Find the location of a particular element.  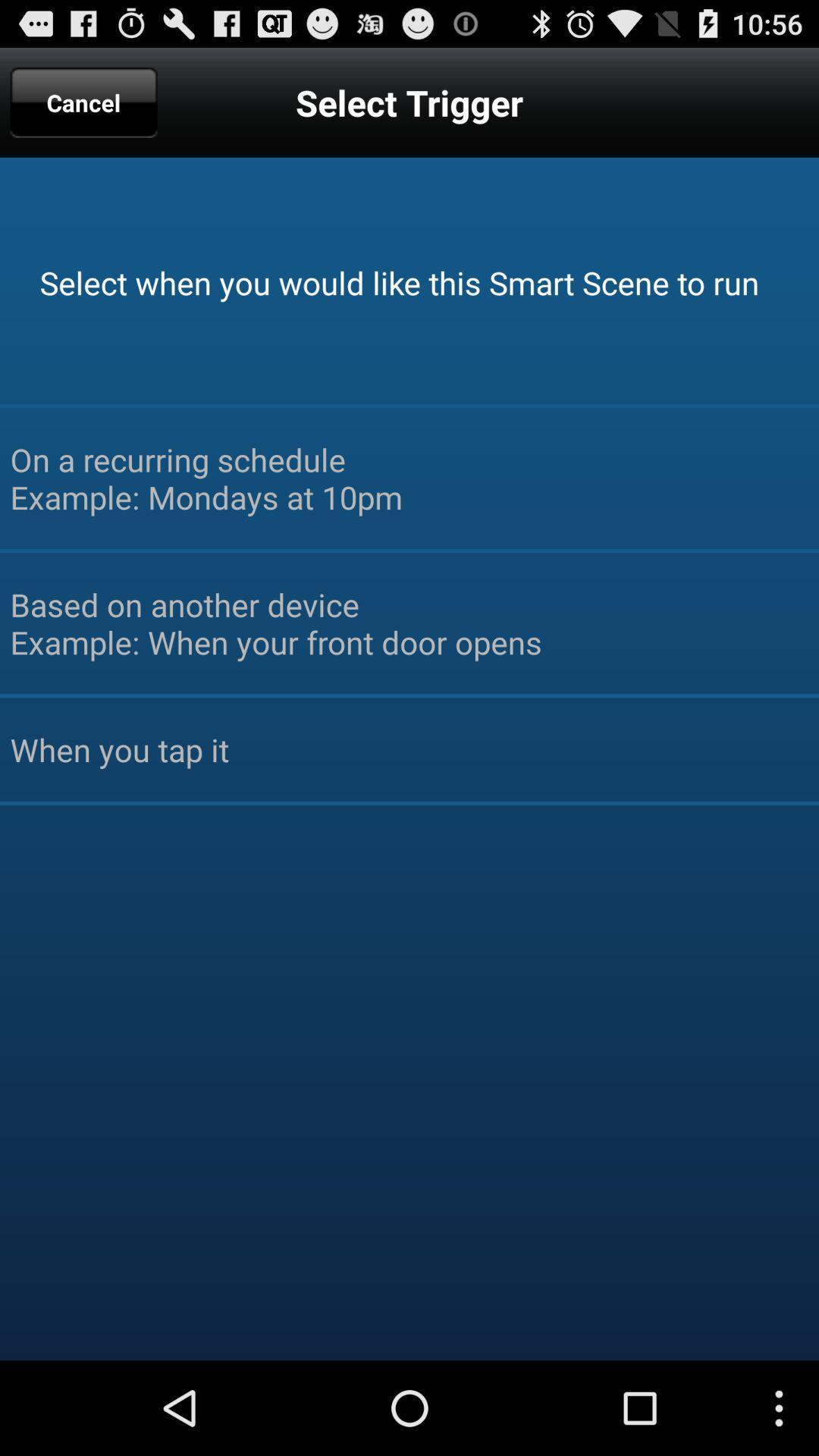

based on another item is located at coordinates (409, 623).